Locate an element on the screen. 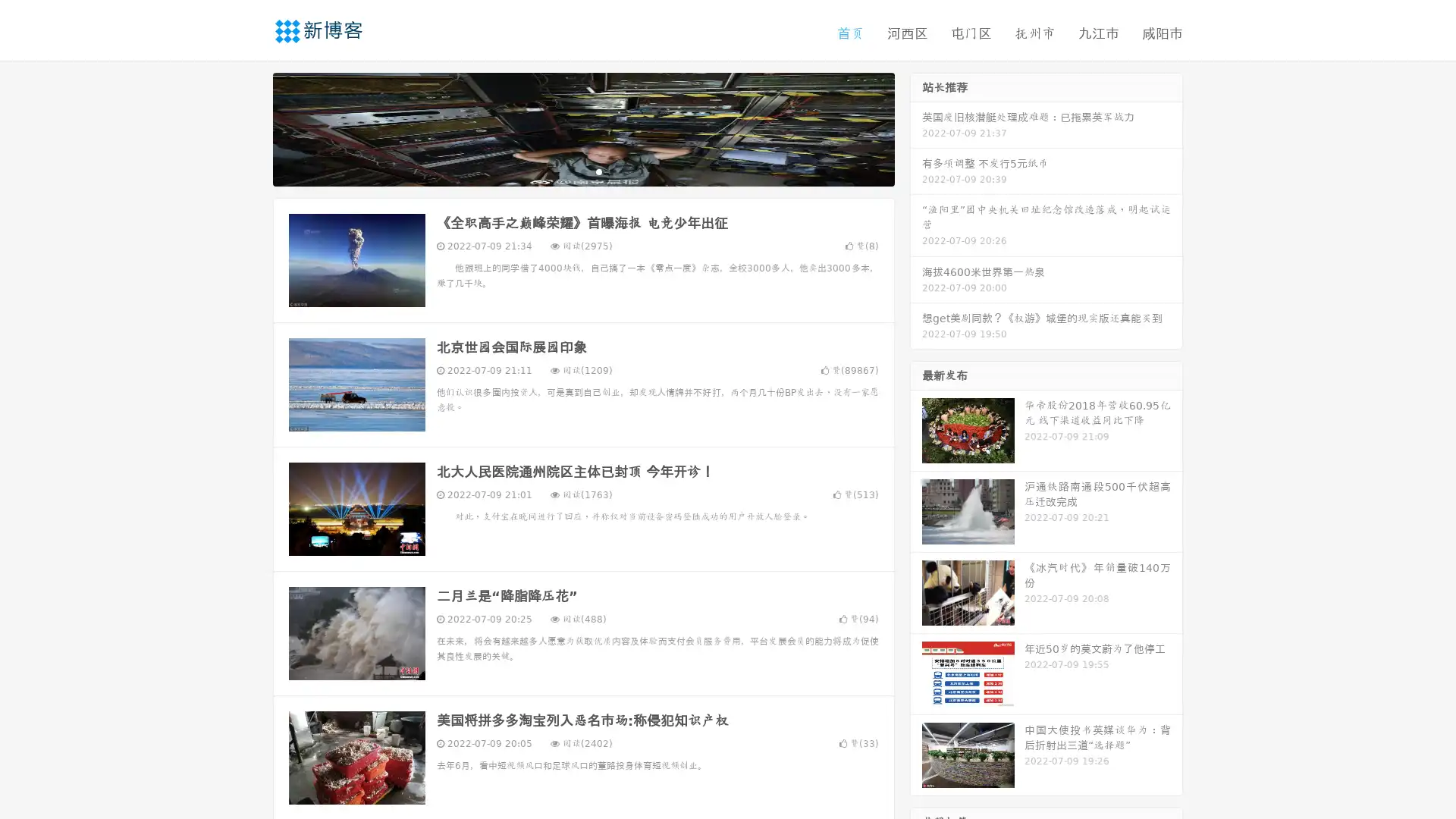  Go to slide 2 is located at coordinates (582, 171).